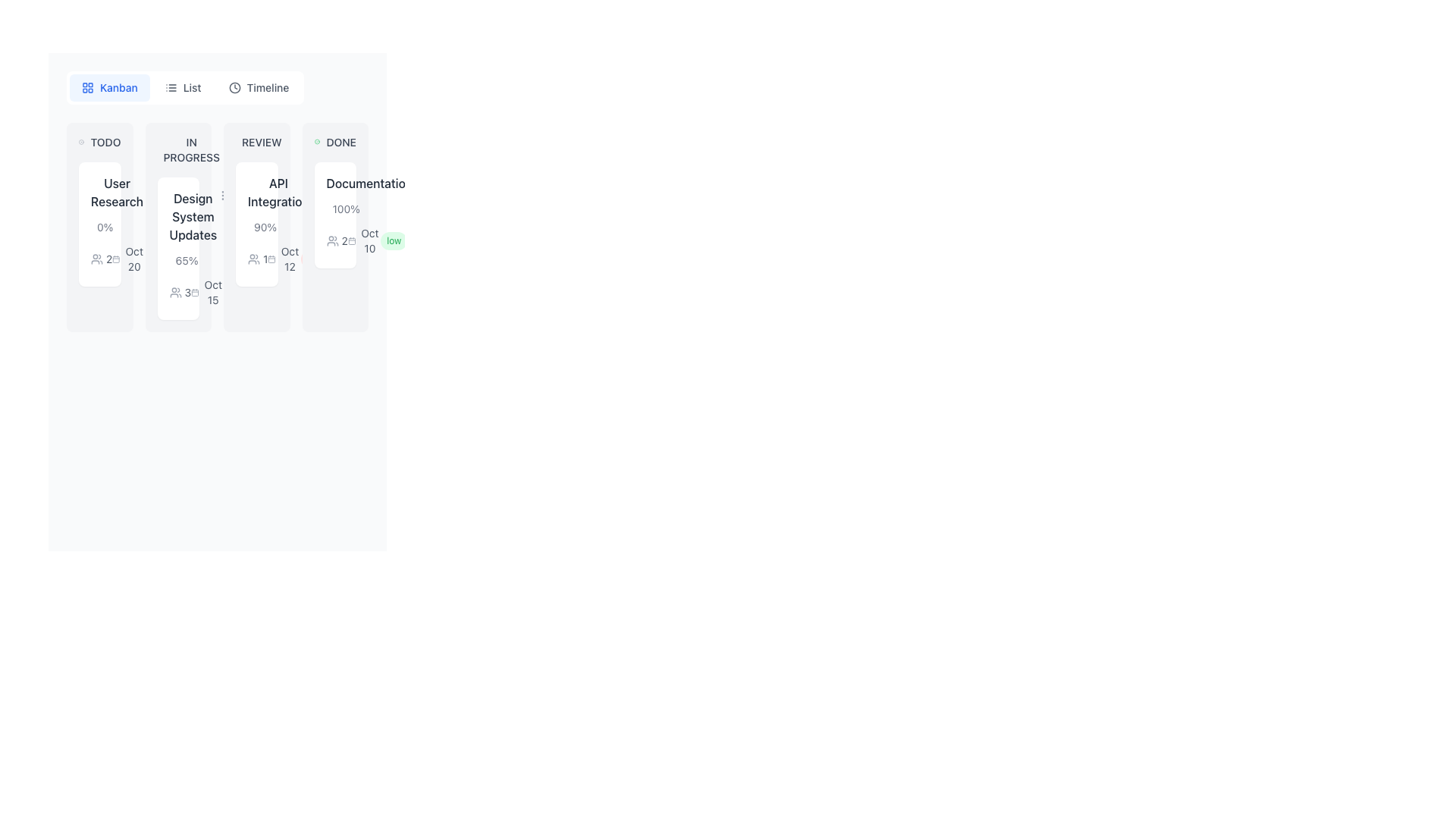  I want to click on the text label 'Design System Updates' which is located at the top-center of the 'IN PROGRESS' column in the task board interface, so click(192, 216).